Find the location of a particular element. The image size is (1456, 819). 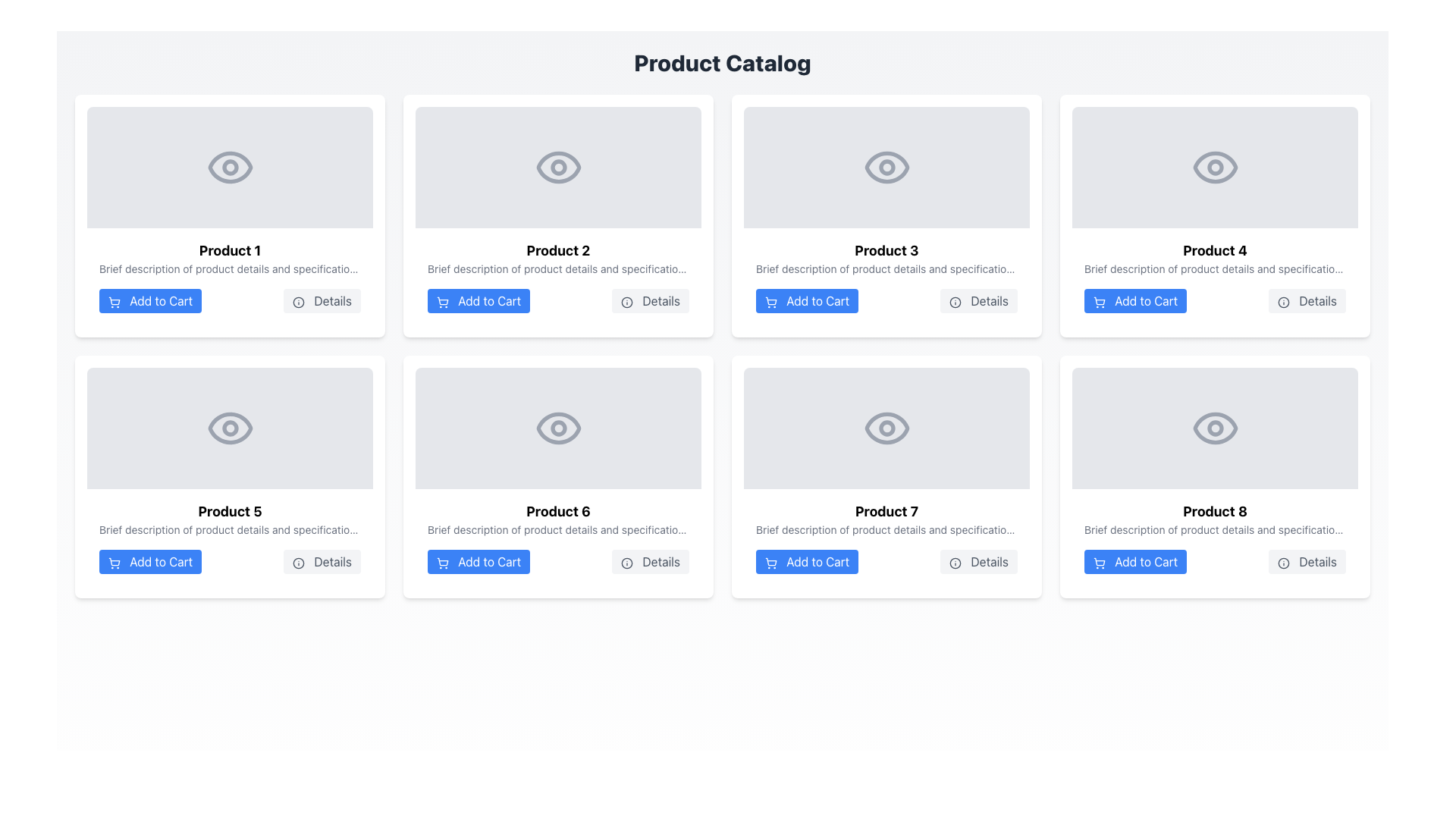

the information icon within the 'Details' button located in the lower-right portion of the card for 'Product 6'. This icon is styled as a circle with an enclosed 'i' and is associated with the product in the second row and second column of the grid layout is located at coordinates (627, 563).